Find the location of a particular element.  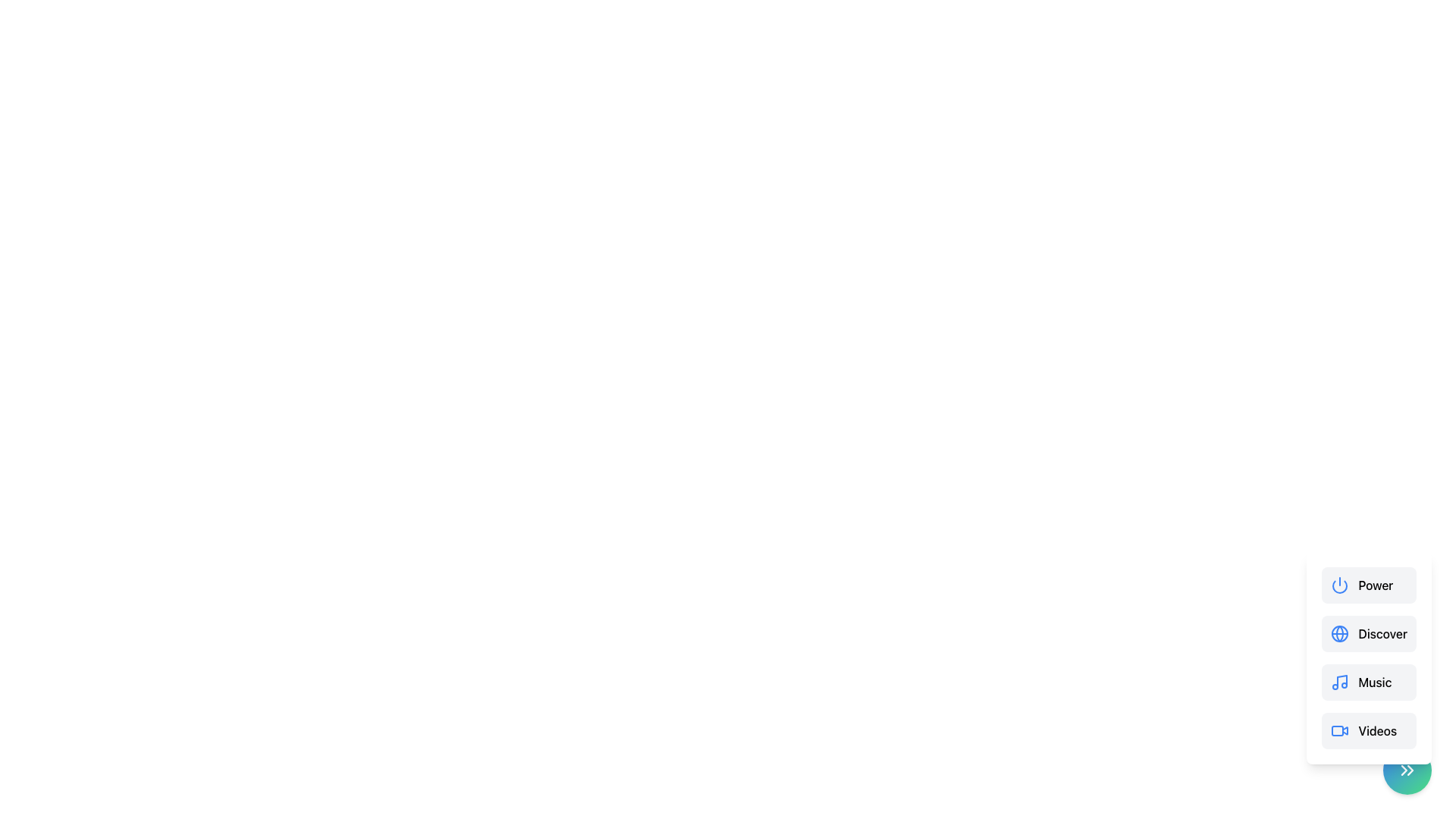

the circular element in the 'Discover' section of the vertical navigation menu, which is part of the globe icon is located at coordinates (1340, 634).